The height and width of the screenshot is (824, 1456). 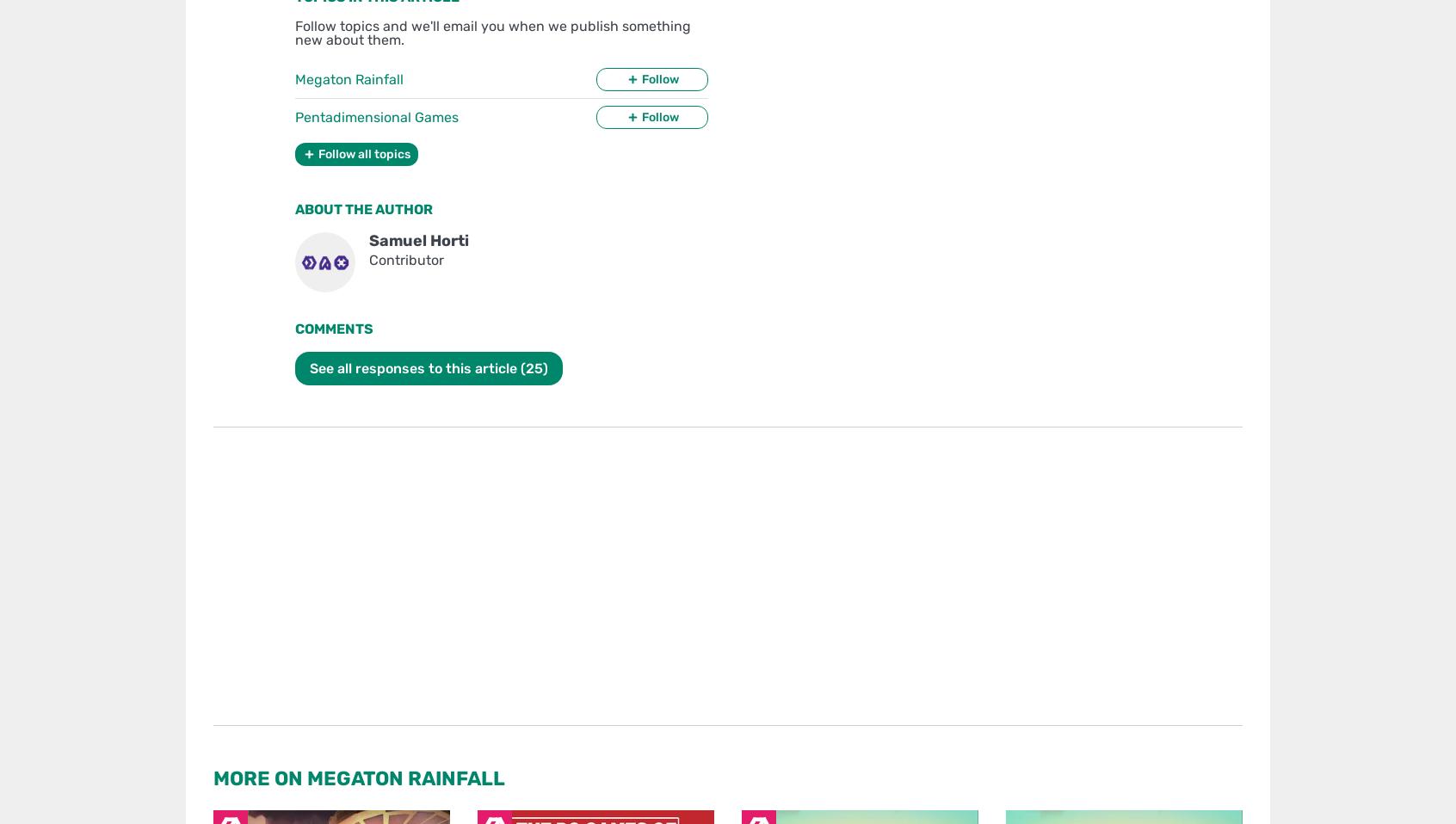 What do you see at coordinates (293, 32) in the screenshot?
I see `'Follow topics and we'll email you when we publish something new about them.'` at bounding box center [293, 32].